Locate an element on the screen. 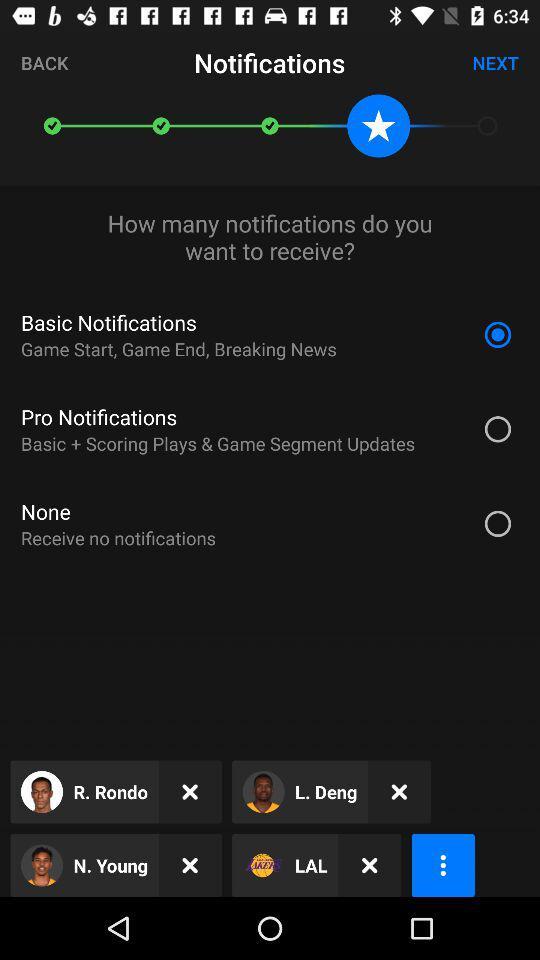 The height and width of the screenshot is (960, 540). the more icon is located at coordinates (443, 864).